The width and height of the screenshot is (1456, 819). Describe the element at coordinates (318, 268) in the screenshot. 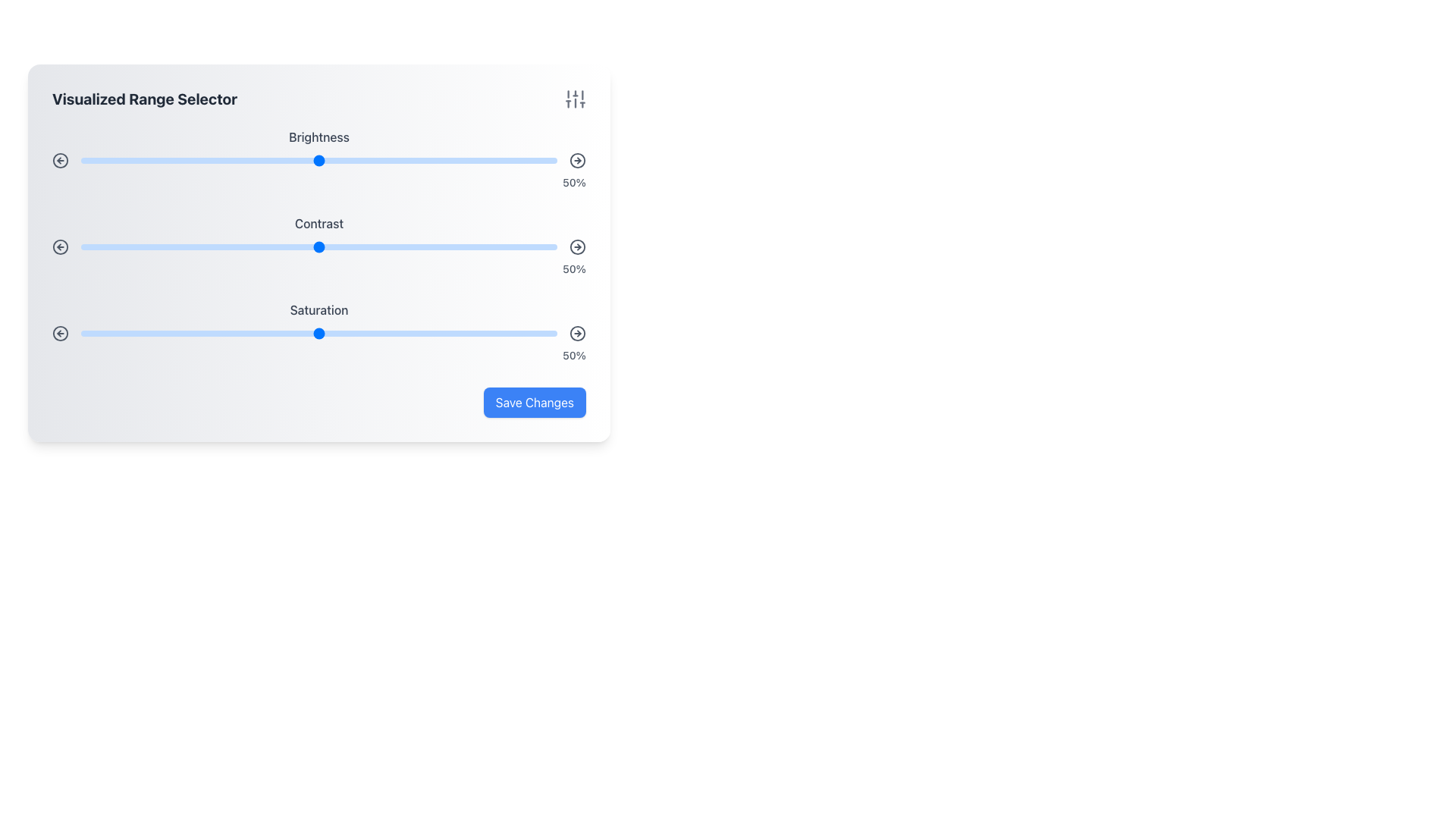

I see `the value displayed in the Text Display showing '50%' aligned to the right at the end of the 'Contrast' range slider` at that location.